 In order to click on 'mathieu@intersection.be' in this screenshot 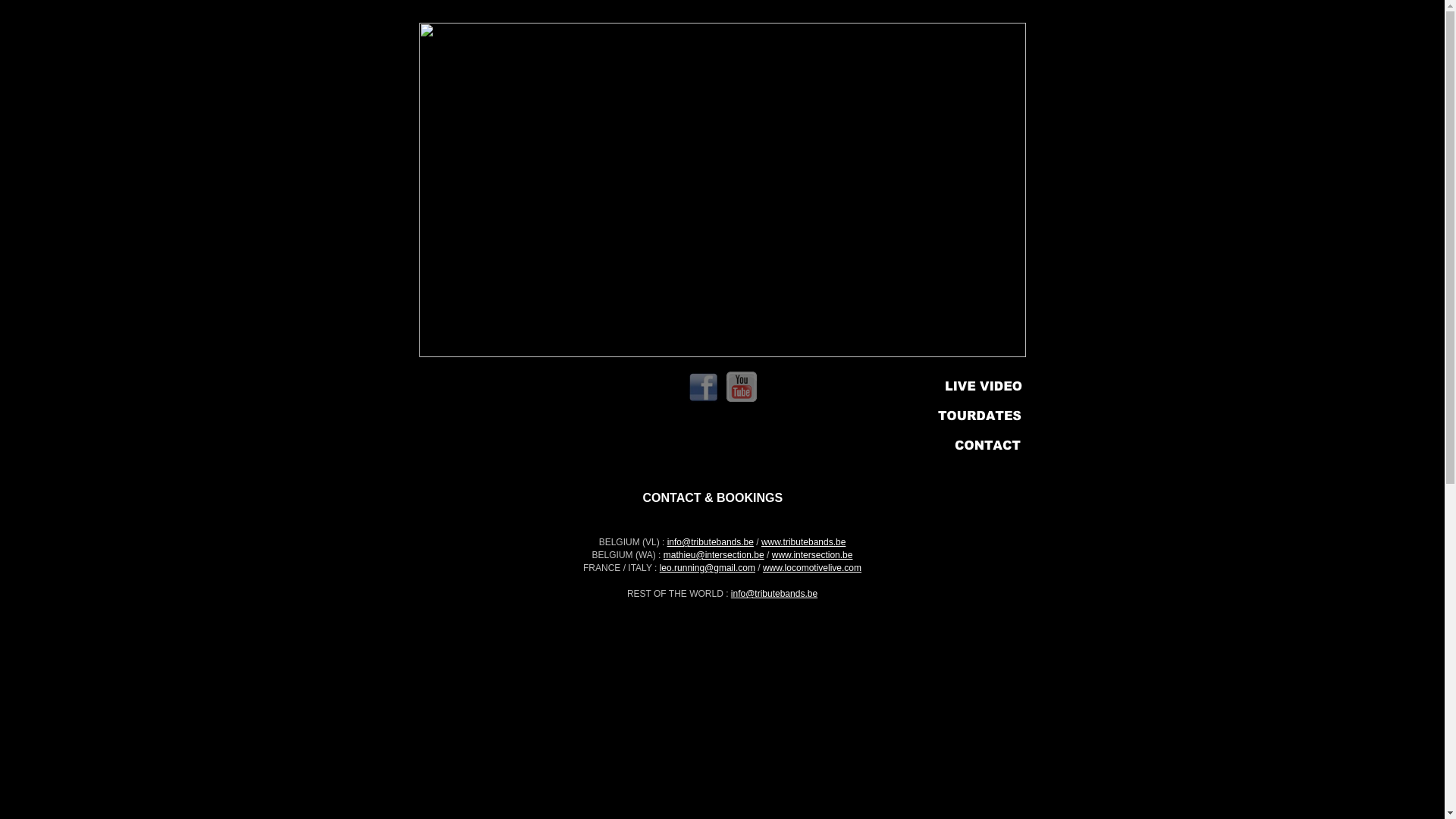, I will do `click(713, 555)`.